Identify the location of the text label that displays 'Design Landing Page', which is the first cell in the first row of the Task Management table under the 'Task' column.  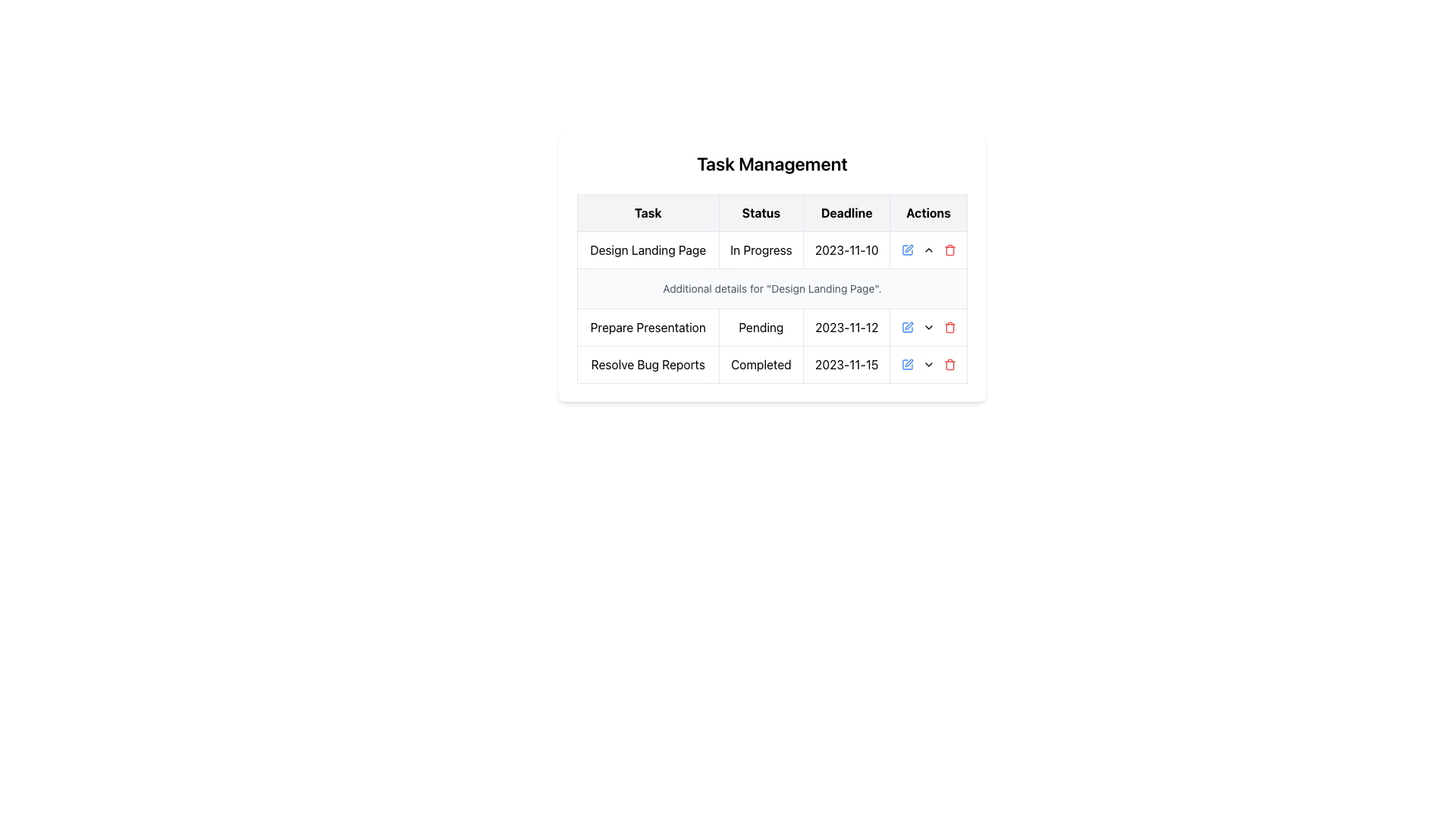
(648, 249).